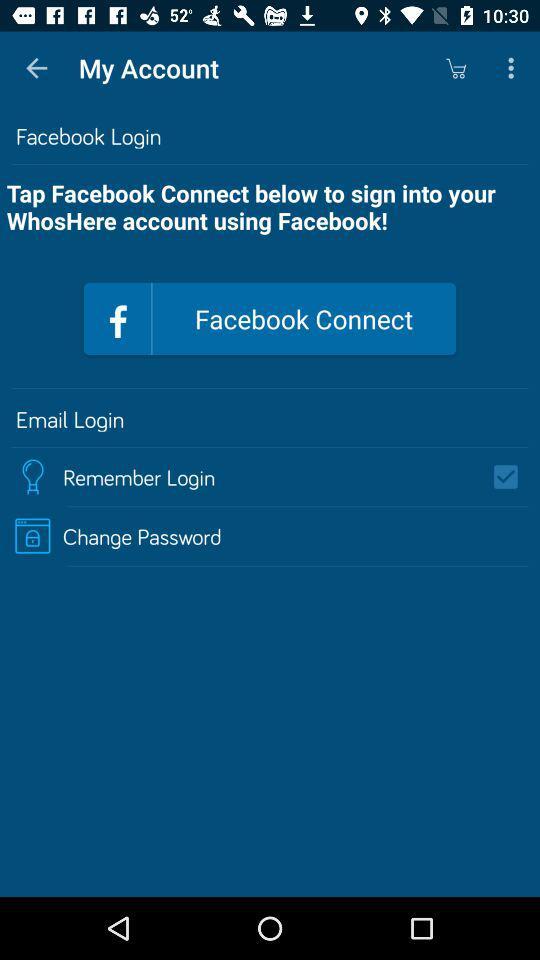  Describe the element at coordinates (512, 477) in the screenshot. I see `unselect` at that location.